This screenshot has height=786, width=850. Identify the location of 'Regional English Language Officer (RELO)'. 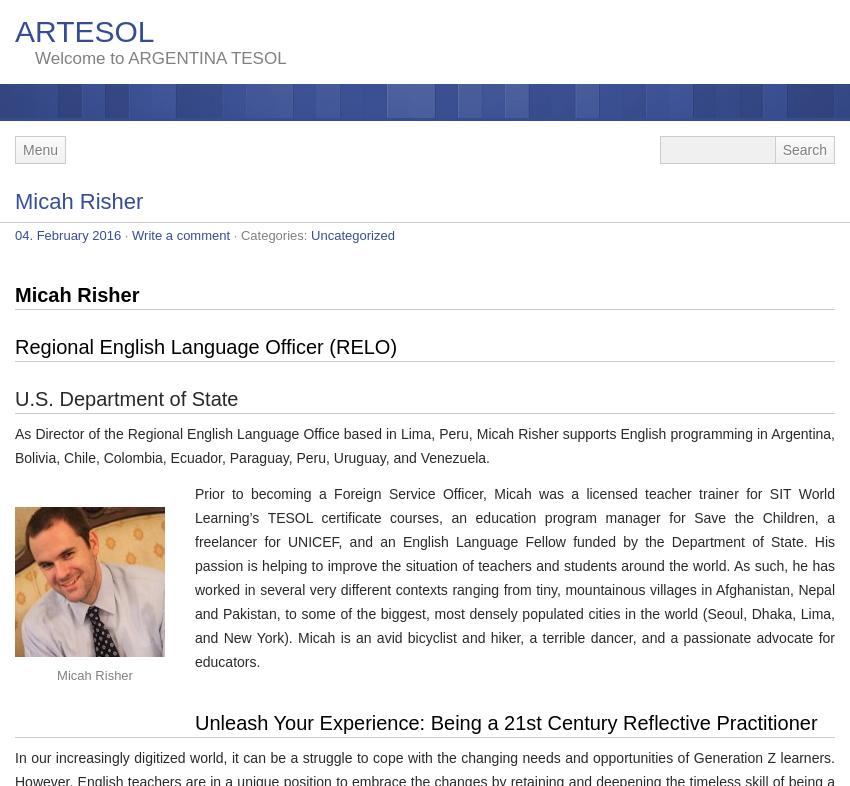
(205, 347).